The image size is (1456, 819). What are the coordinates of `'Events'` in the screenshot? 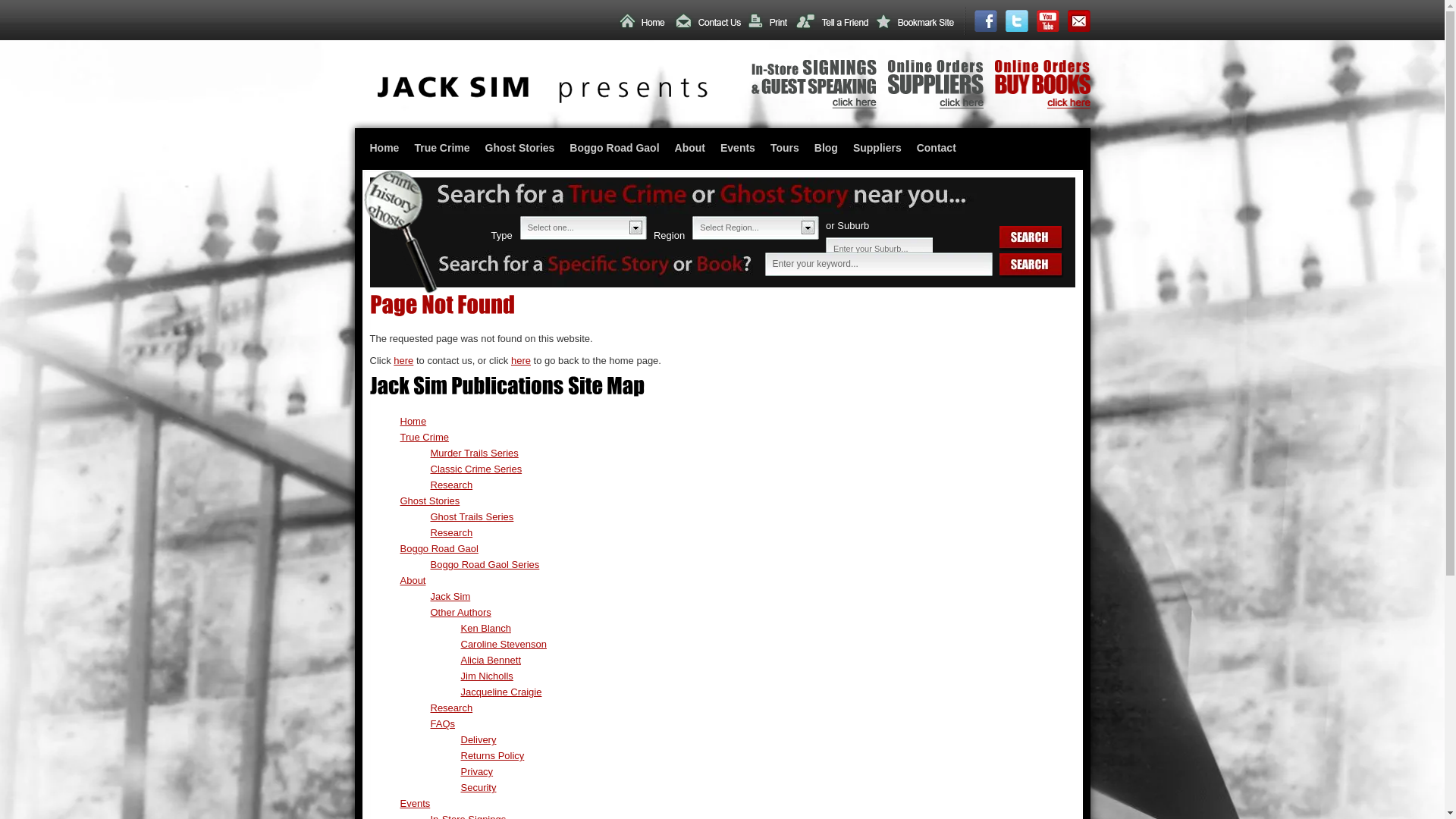 It's located at (738, 149).